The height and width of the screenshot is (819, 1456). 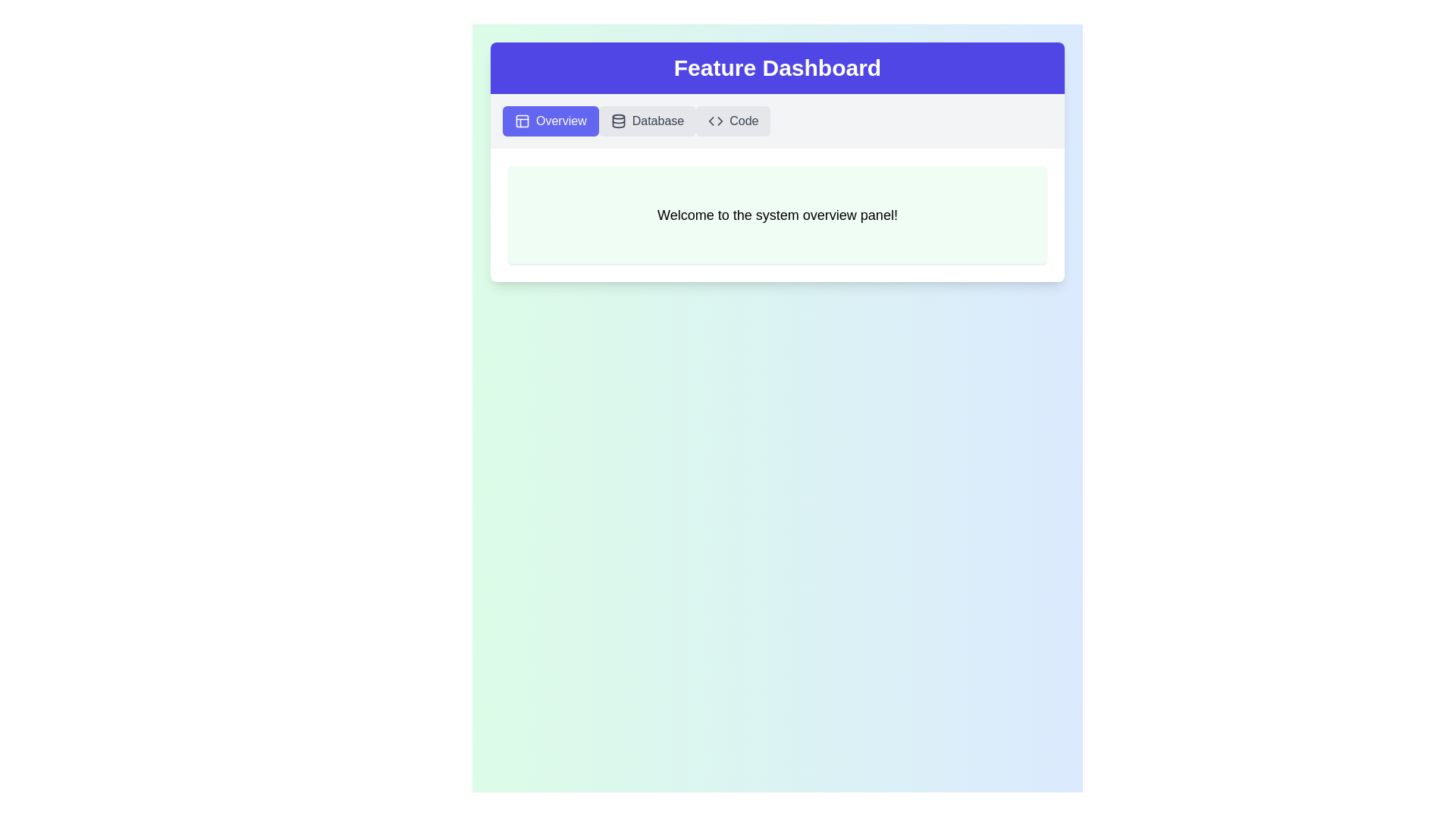 I want to click on the overview button located in the menu area below 'Feature Dashboard' to interact with keyboard controls, so click(x=550, y=120).